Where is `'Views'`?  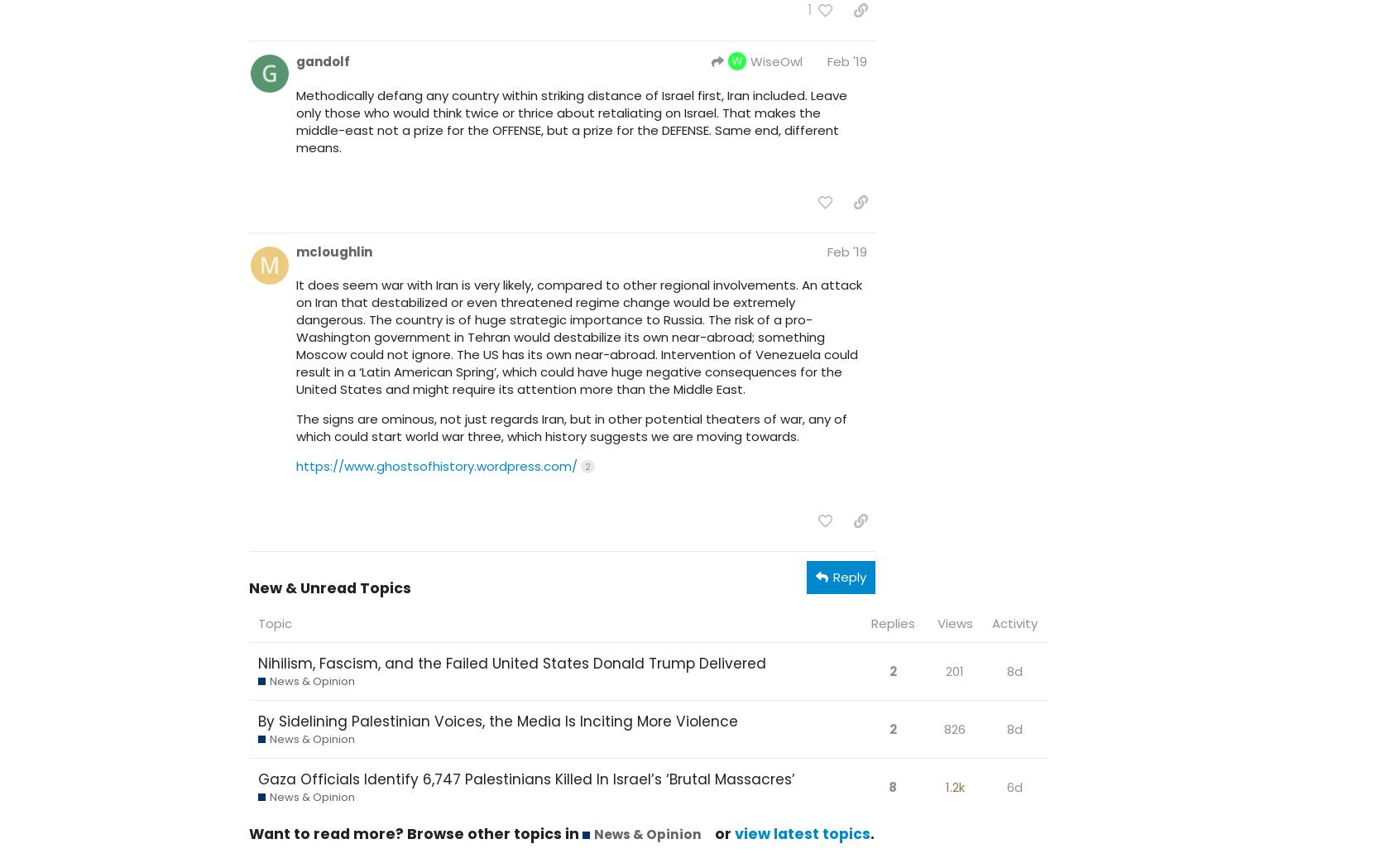 'Views' is located at coordinates (953, 622).